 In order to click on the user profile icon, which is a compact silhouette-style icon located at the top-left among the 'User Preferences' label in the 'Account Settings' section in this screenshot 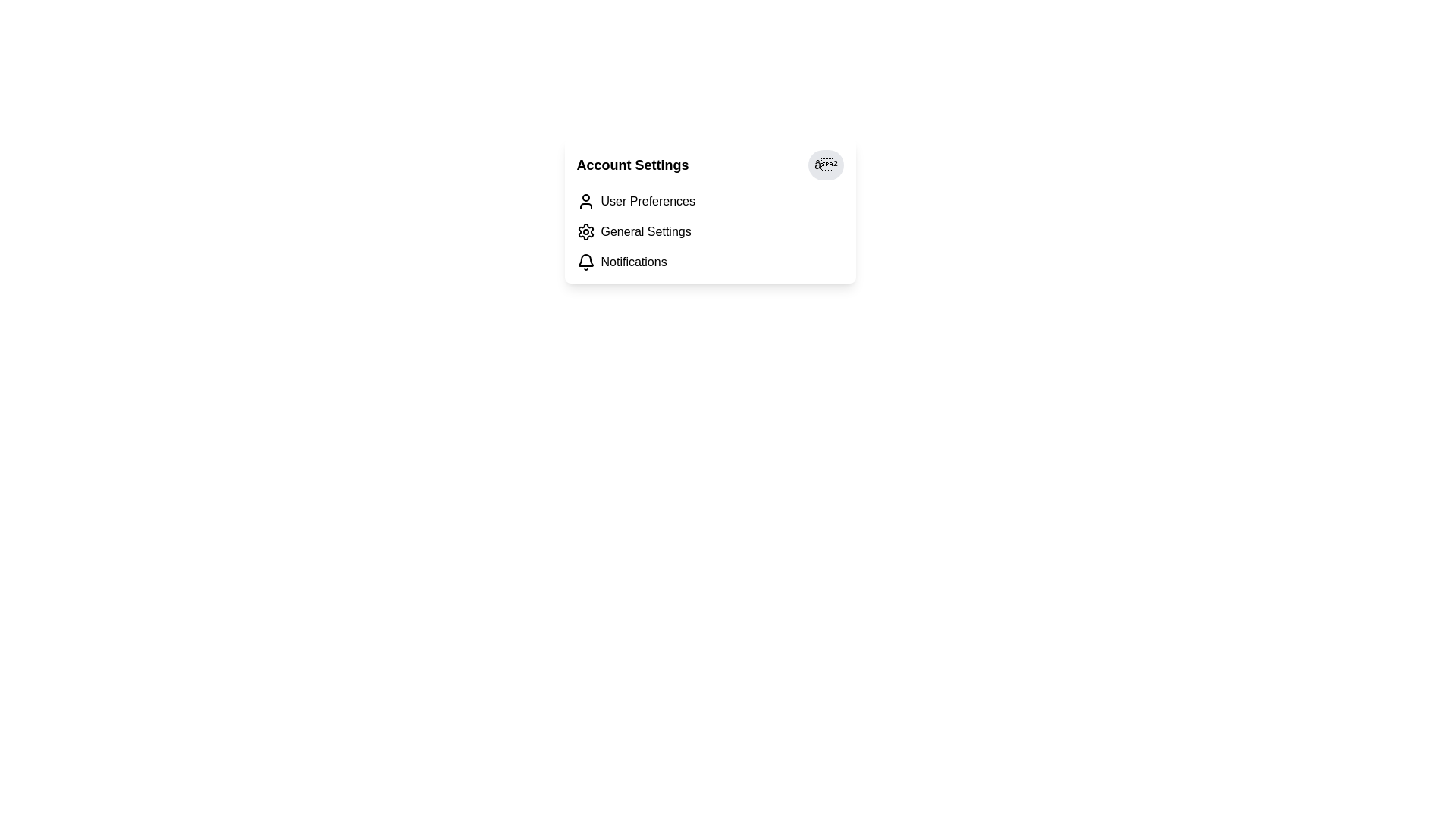, I will do `click(585, 201)`.